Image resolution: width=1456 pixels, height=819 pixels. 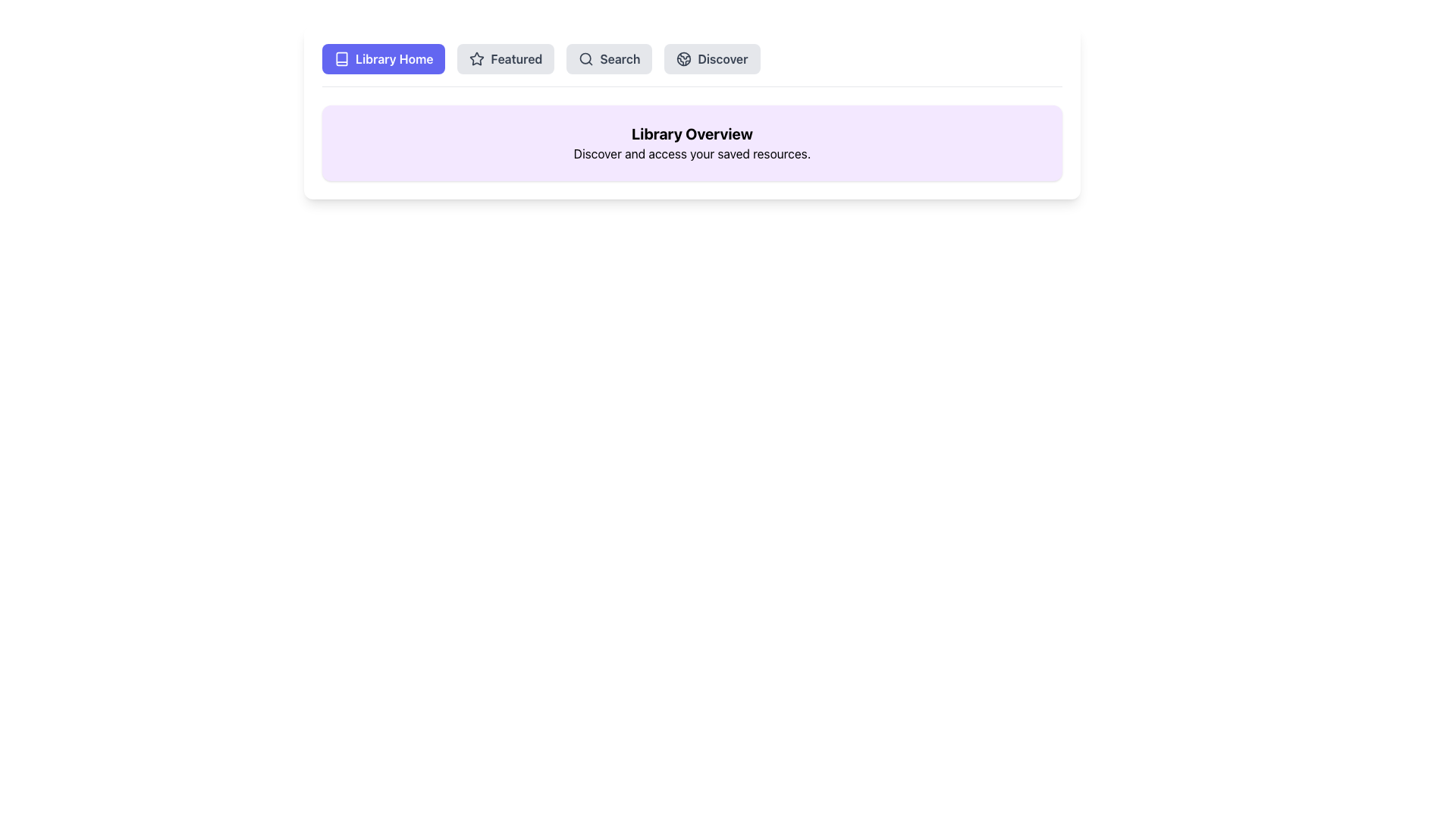 What do you see at coordinates (384, 58) in the screenshot?
I see `the 'Library Home' button` at bounding box center [384, 58].